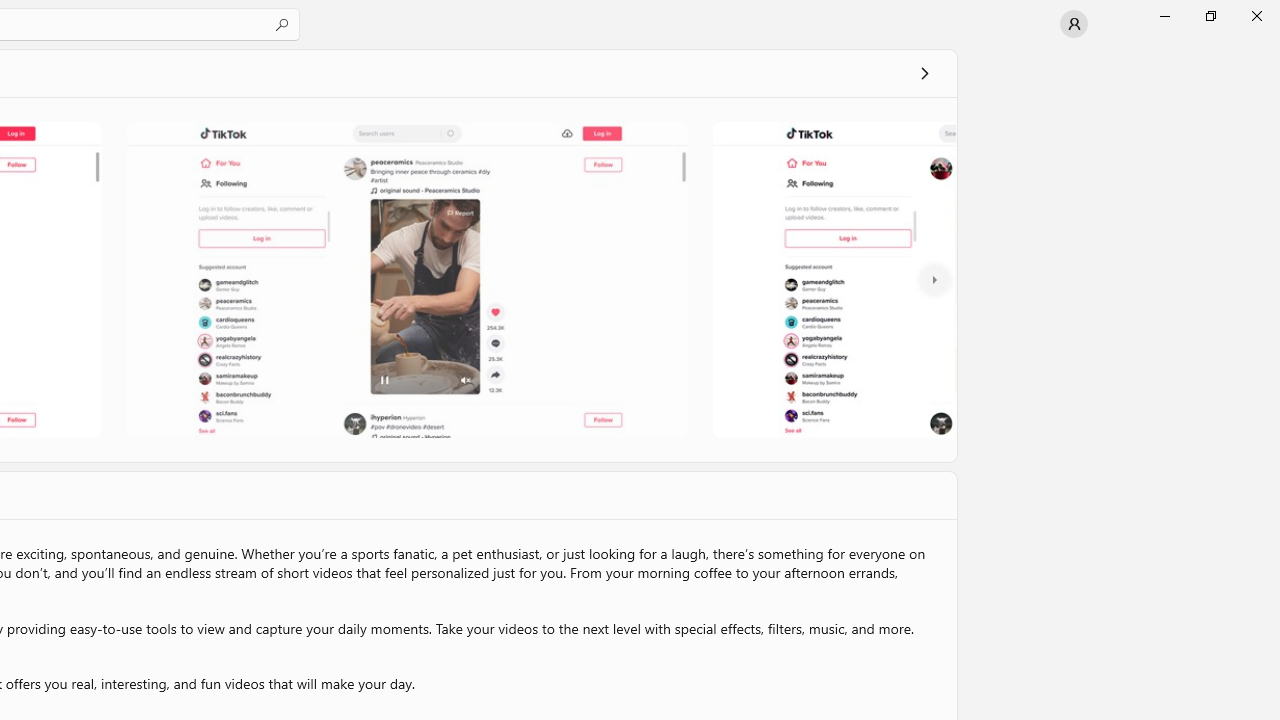  Describe the element at coordinates (1164, 15) in the screenshot. I see `'Minimize Microsoft Store'` at that location.